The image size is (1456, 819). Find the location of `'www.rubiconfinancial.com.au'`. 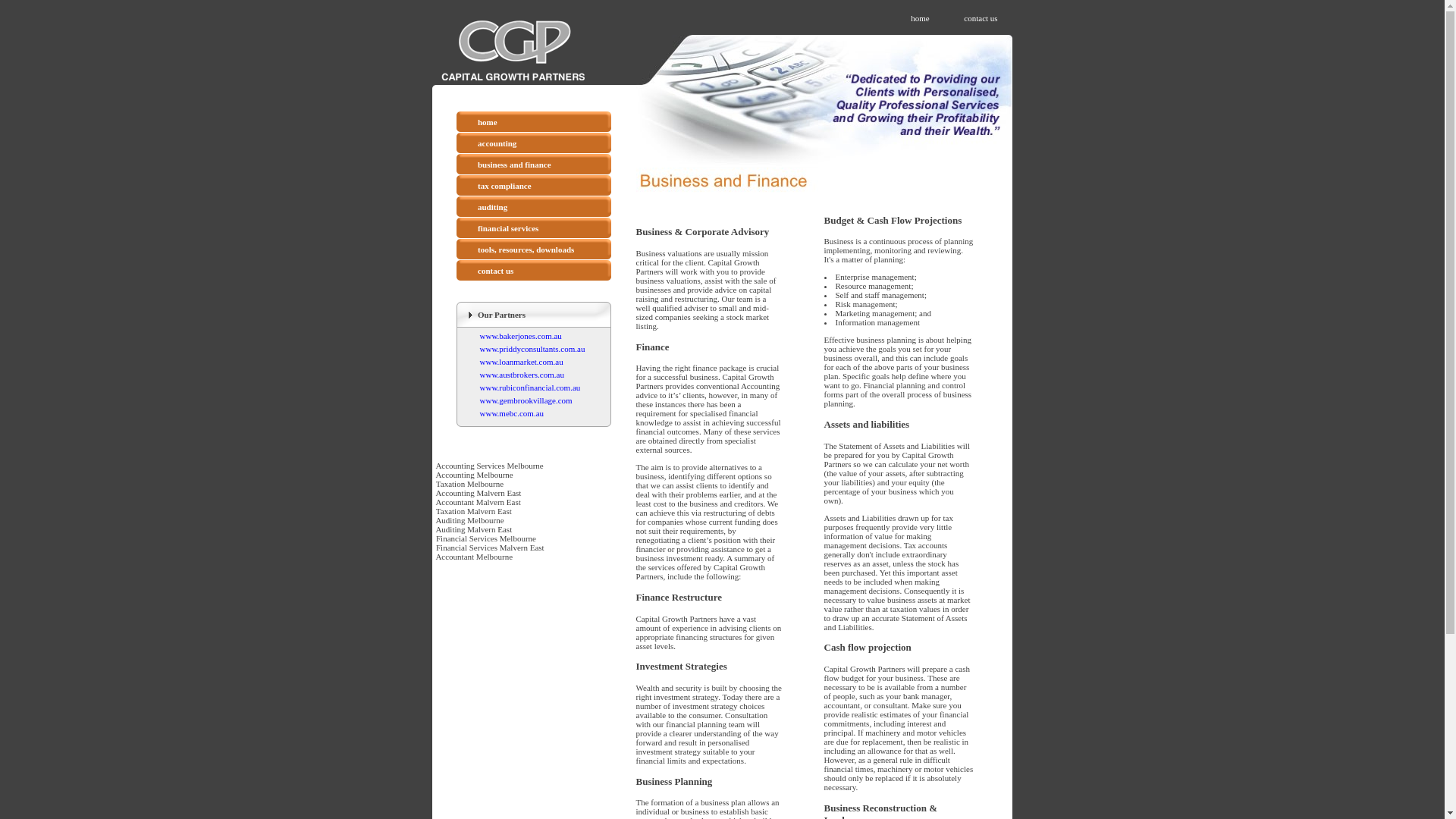

'www.rubiconfinancial.com.au' is located at coordinates (529, 386).